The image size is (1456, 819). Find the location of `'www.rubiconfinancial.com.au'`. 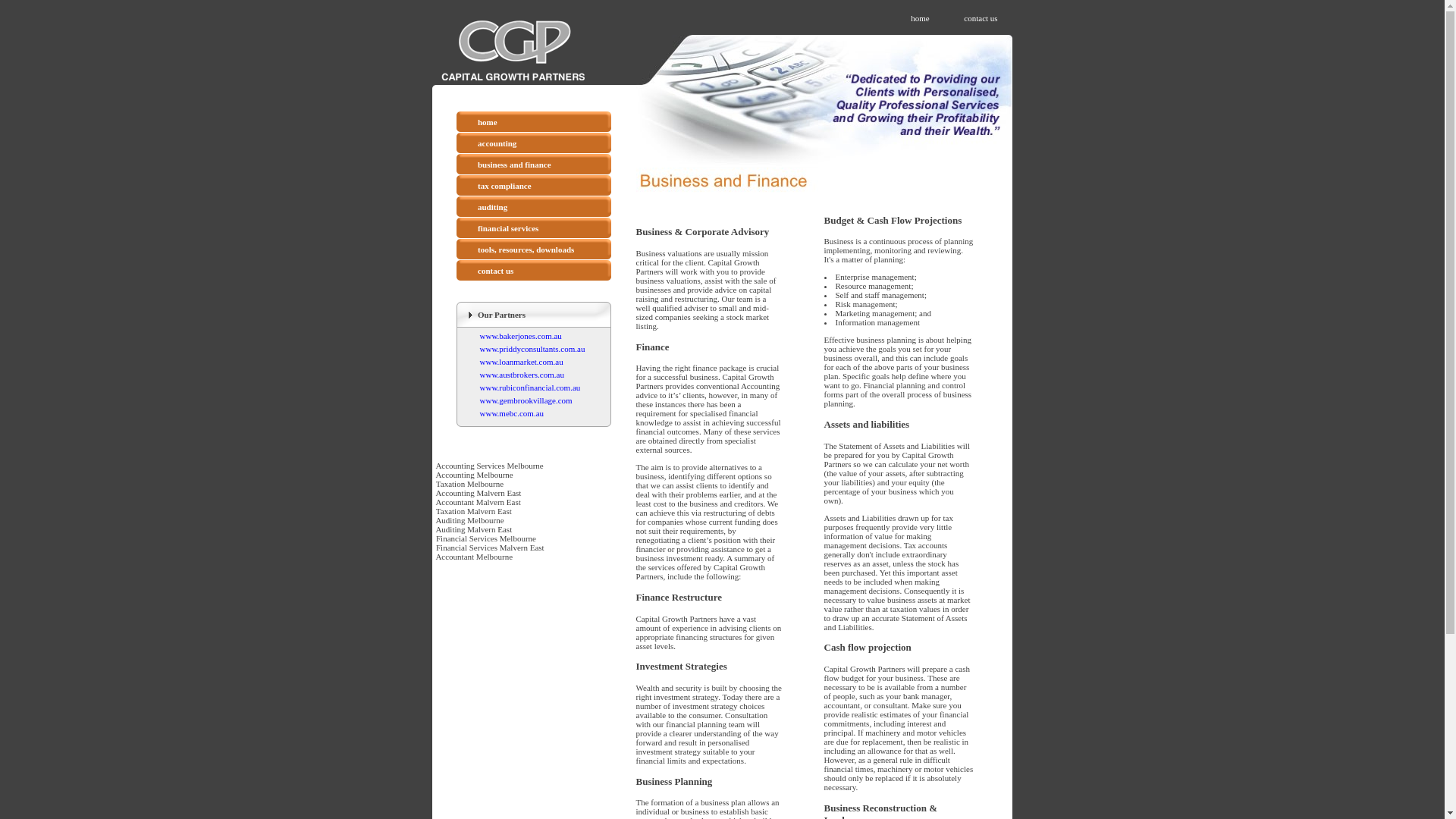

'www.rubiconfinancial.com.au' is located at coordinates (529, 386).